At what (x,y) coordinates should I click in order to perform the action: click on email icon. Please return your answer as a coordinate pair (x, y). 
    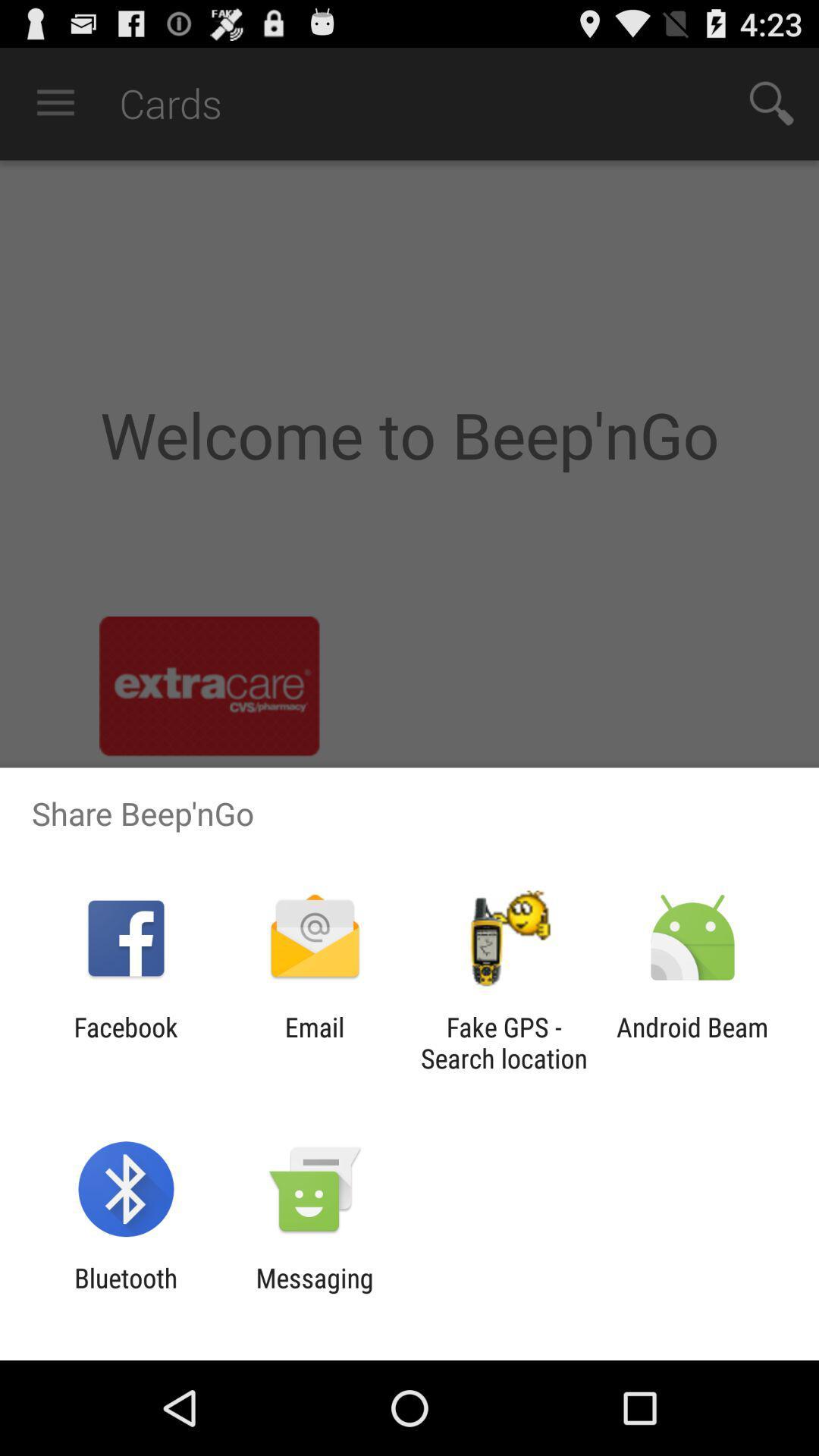
    Looking at the image, I should click on (314, 1042).